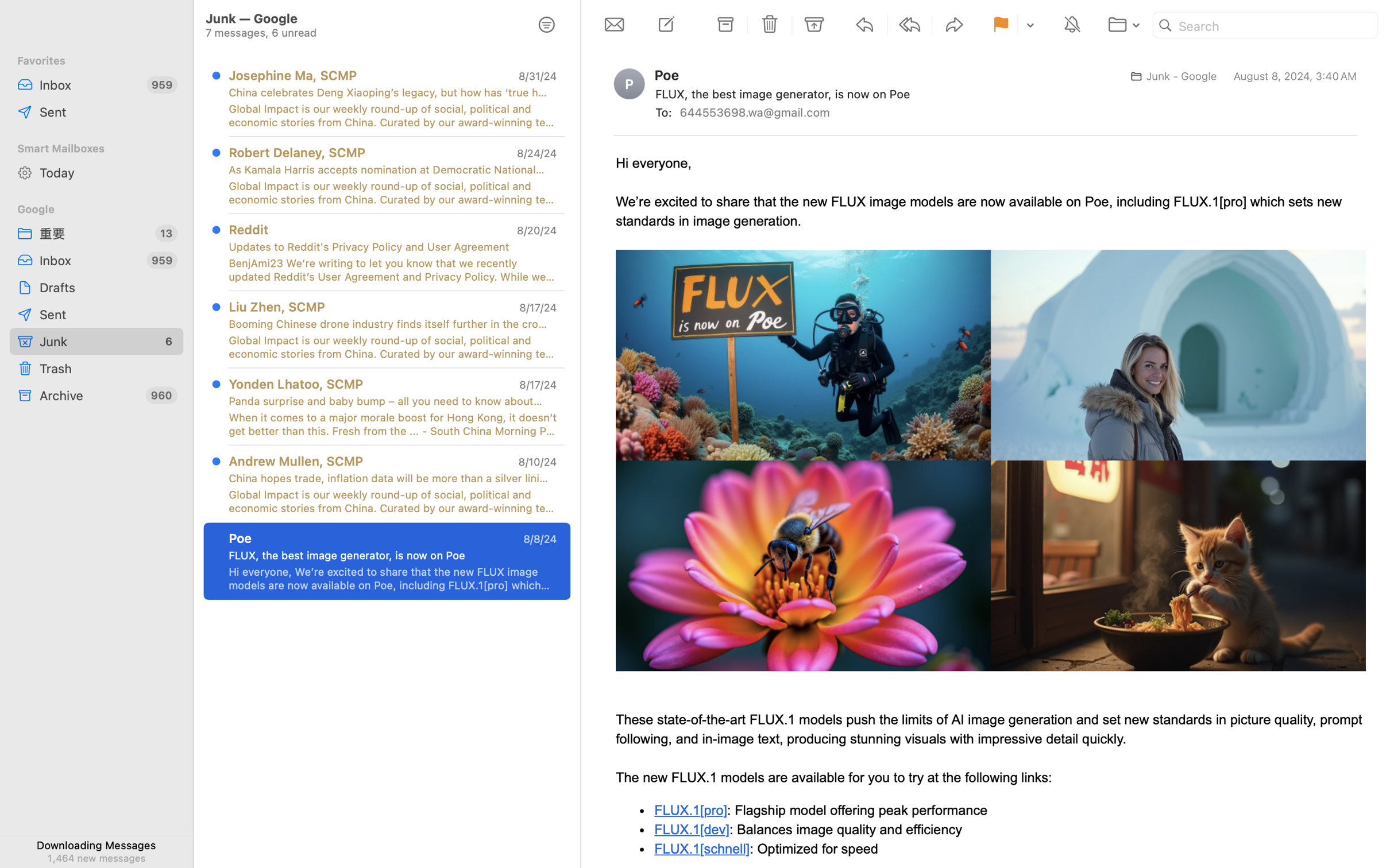  I want to click on 'FLUX.1[dev]', so click(691, 828).